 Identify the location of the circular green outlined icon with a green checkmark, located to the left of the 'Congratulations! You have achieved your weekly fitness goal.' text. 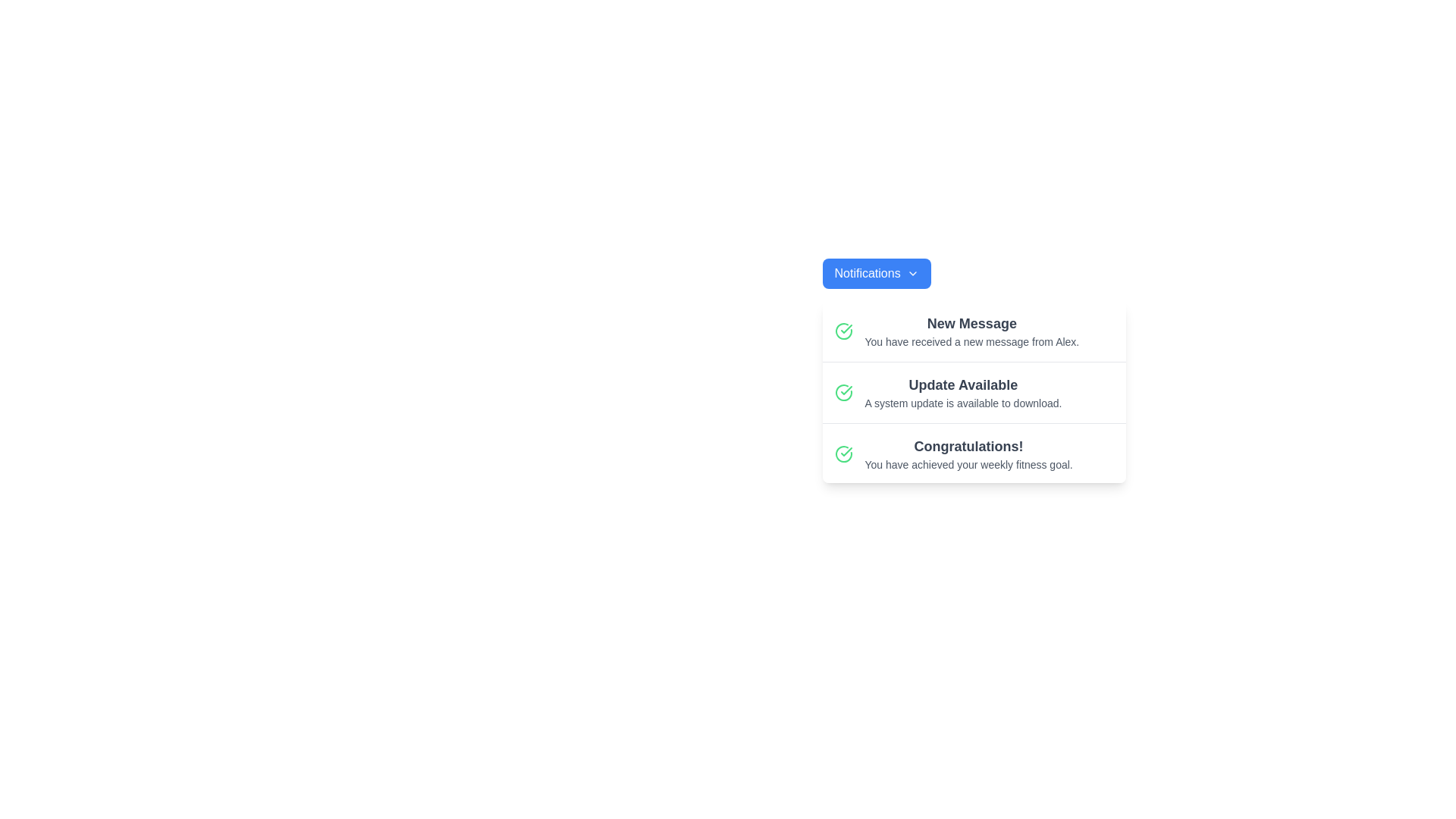
(843, 453).